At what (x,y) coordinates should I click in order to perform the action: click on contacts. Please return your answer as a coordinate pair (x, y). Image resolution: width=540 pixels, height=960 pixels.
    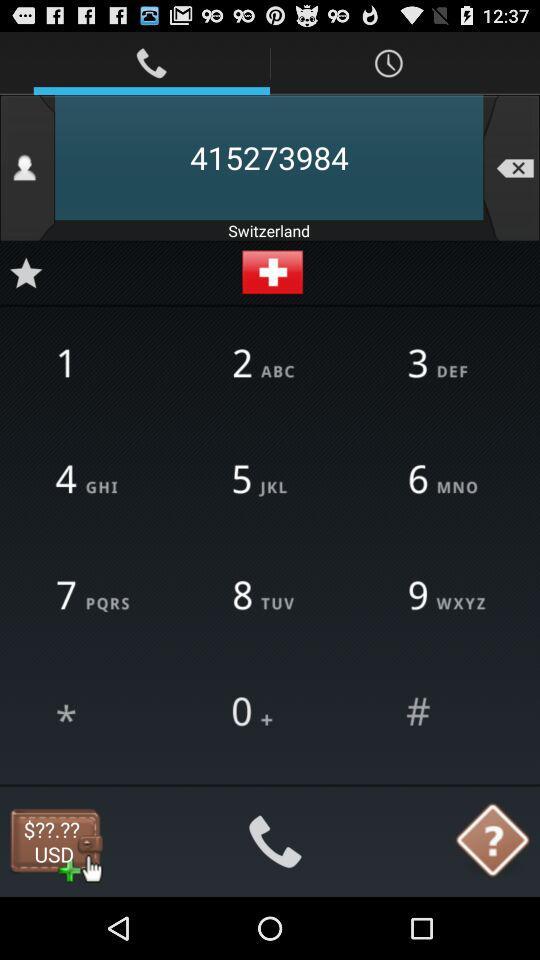
    Looking at the image, I should click on (26, 166).